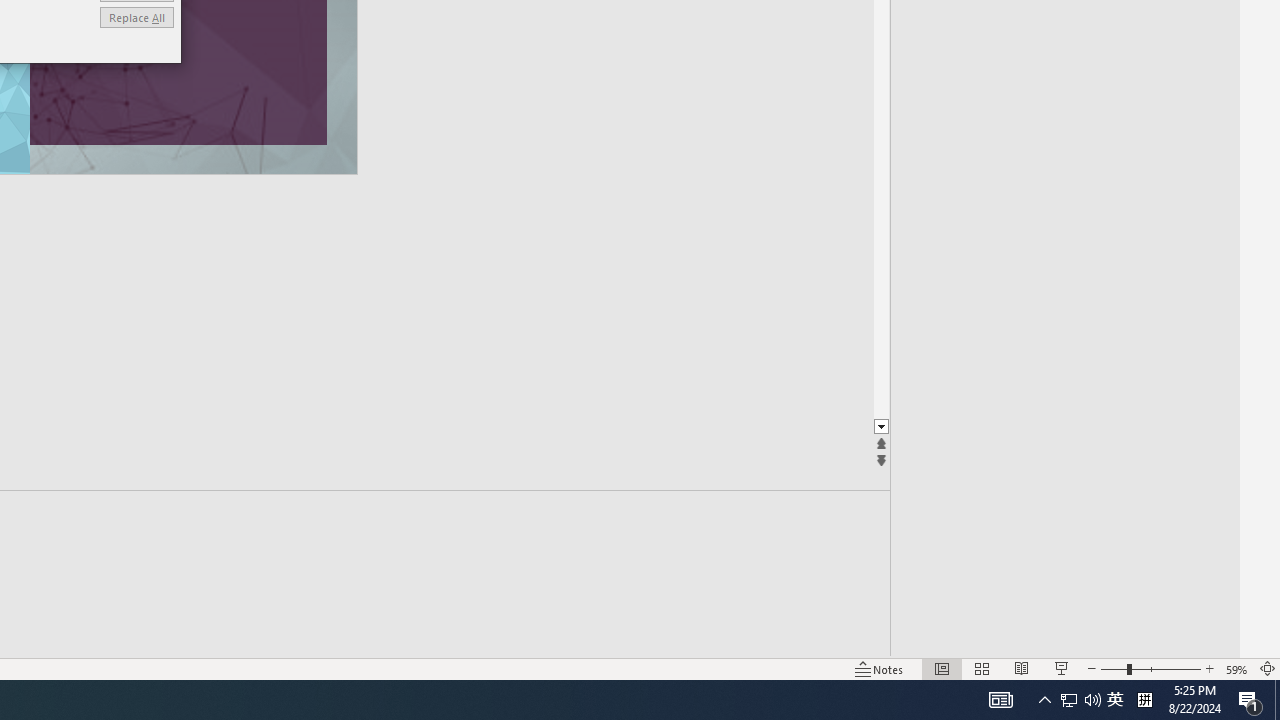  I want to click on 'Replace All', so click(135, 17).